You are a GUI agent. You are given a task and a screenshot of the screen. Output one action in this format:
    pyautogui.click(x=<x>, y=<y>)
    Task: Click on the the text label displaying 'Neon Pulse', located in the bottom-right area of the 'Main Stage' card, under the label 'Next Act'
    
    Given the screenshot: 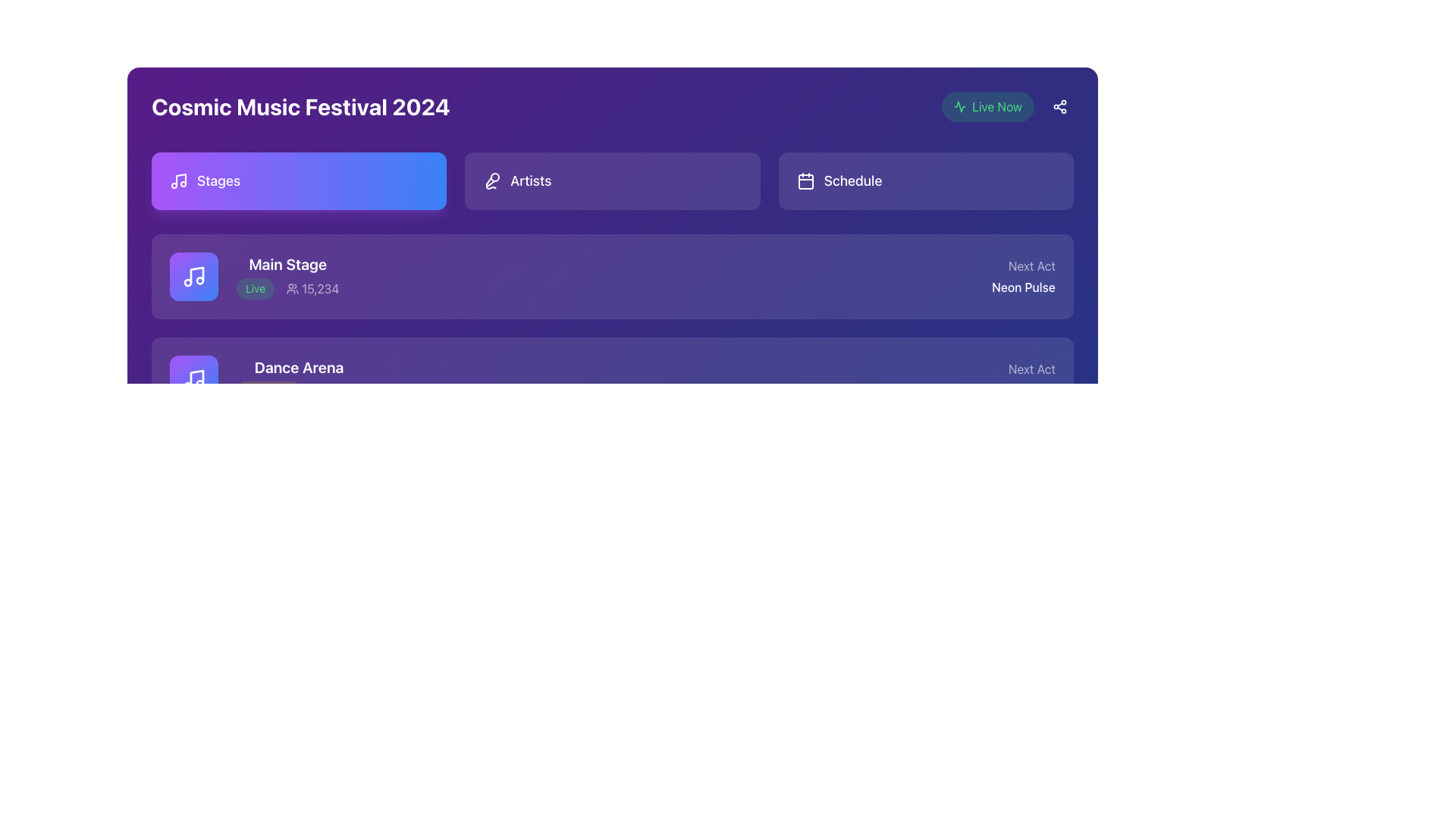 What is the action you would take?
    pyautogui.click(x=1024, y=287)
    